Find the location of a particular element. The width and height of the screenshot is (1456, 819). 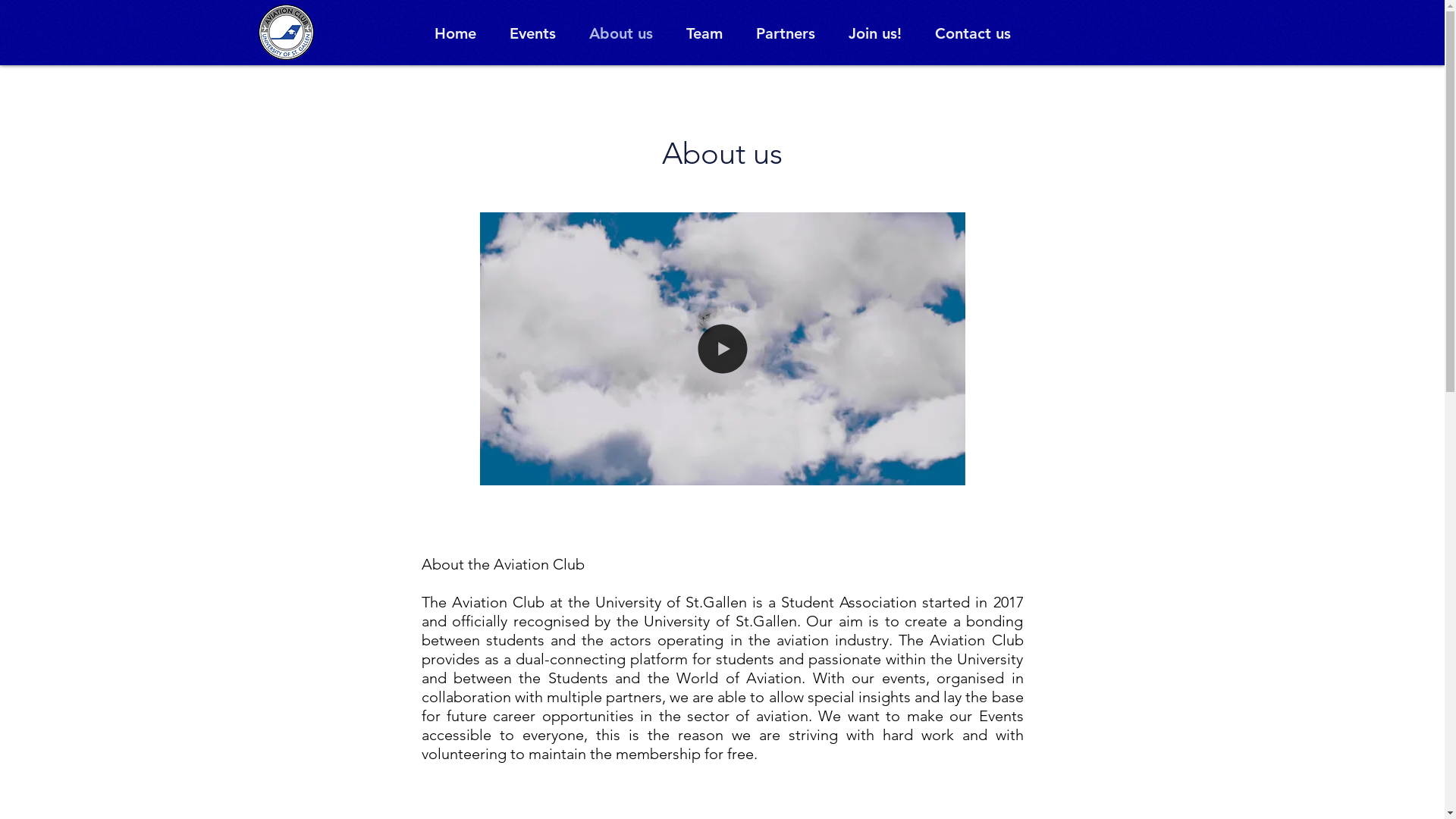

'Join us!' is located at coordinates (874, 33).